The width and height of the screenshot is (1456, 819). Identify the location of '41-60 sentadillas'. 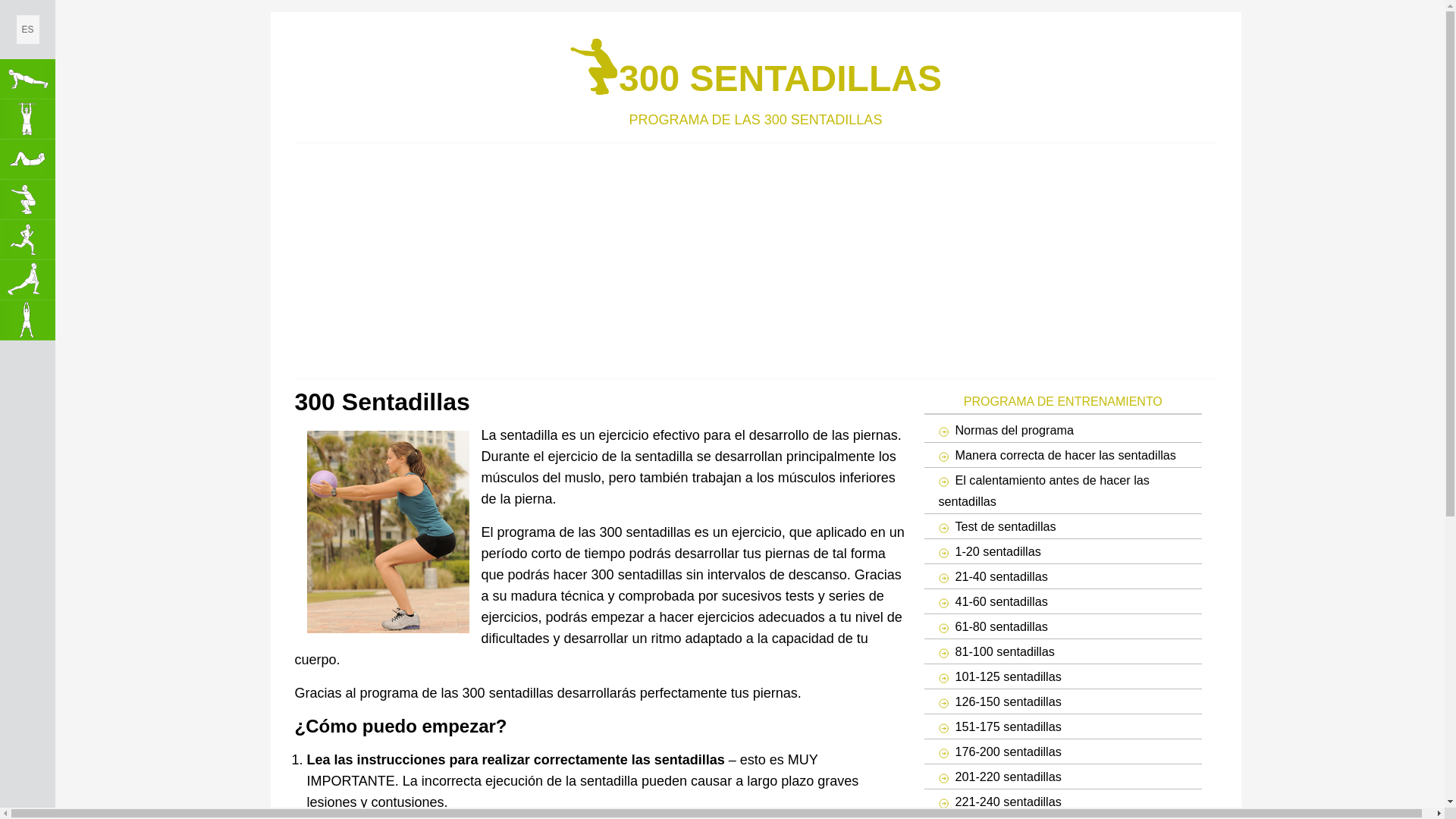
(1062, 601).